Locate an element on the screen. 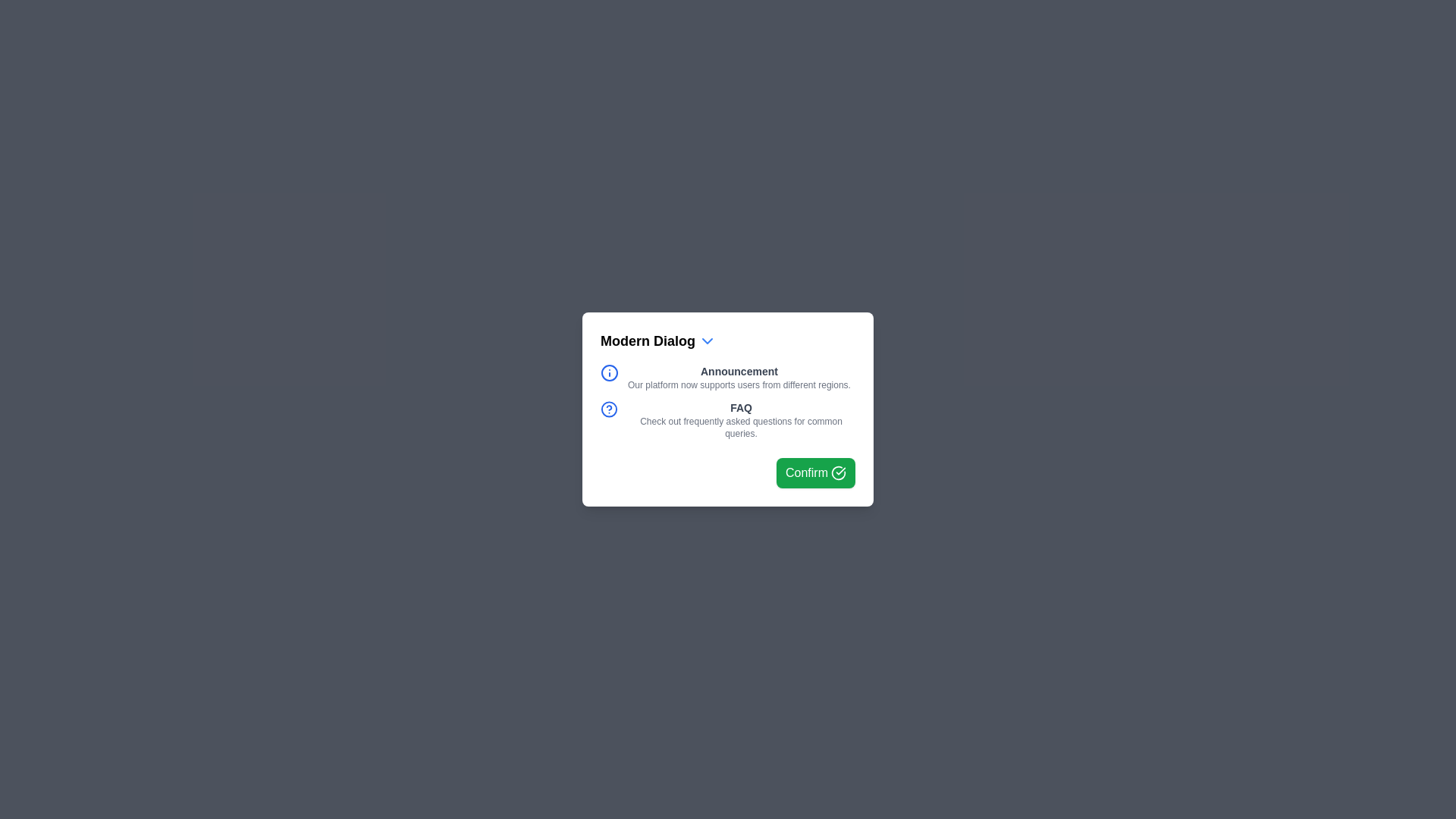 The width and height of the screenshot is (1456, 819). the header dropdown icon to interact with it is located at coordinates (706, 341).